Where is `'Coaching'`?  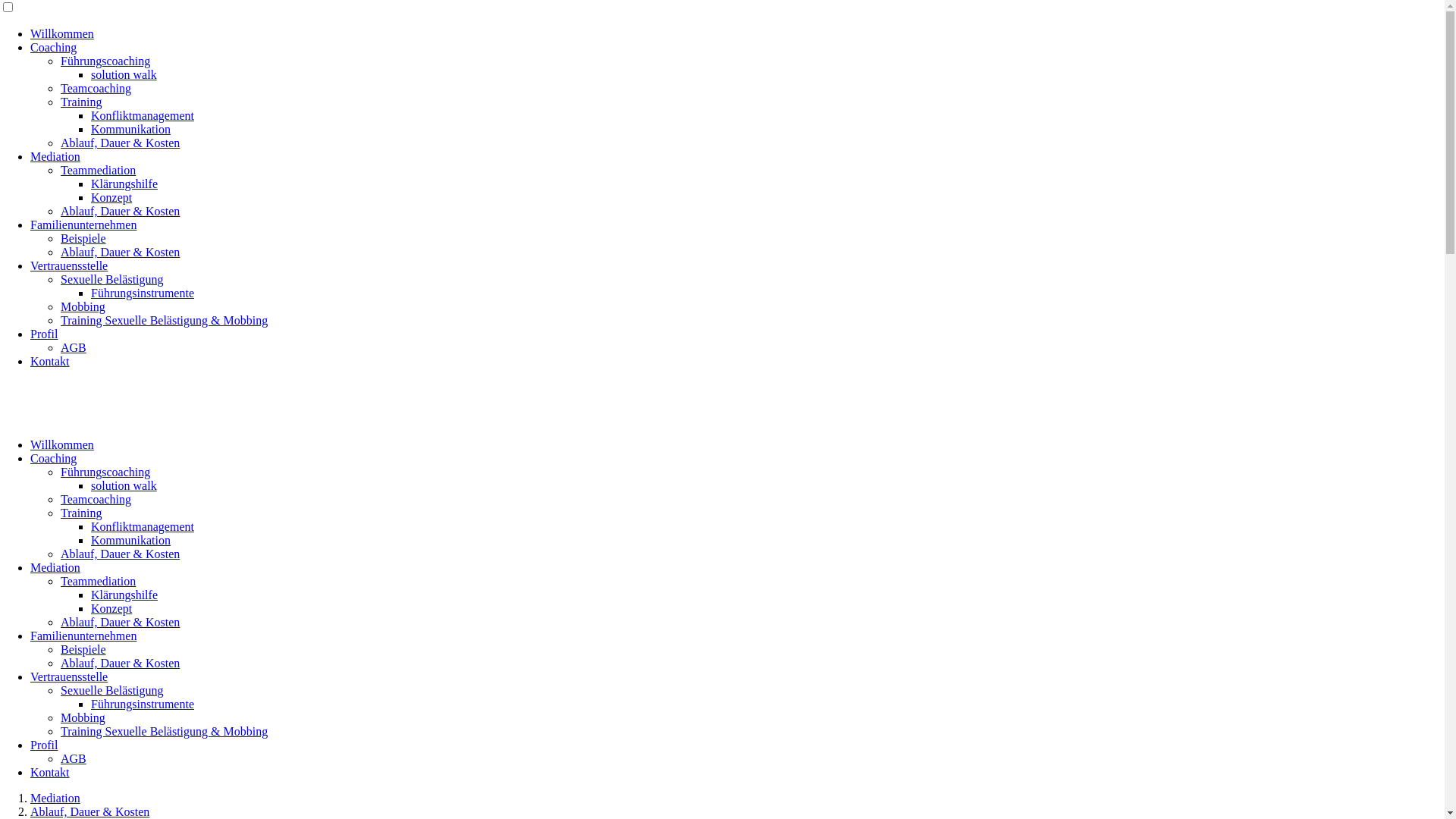
'Coaching' is located at coordinates (53, 46).